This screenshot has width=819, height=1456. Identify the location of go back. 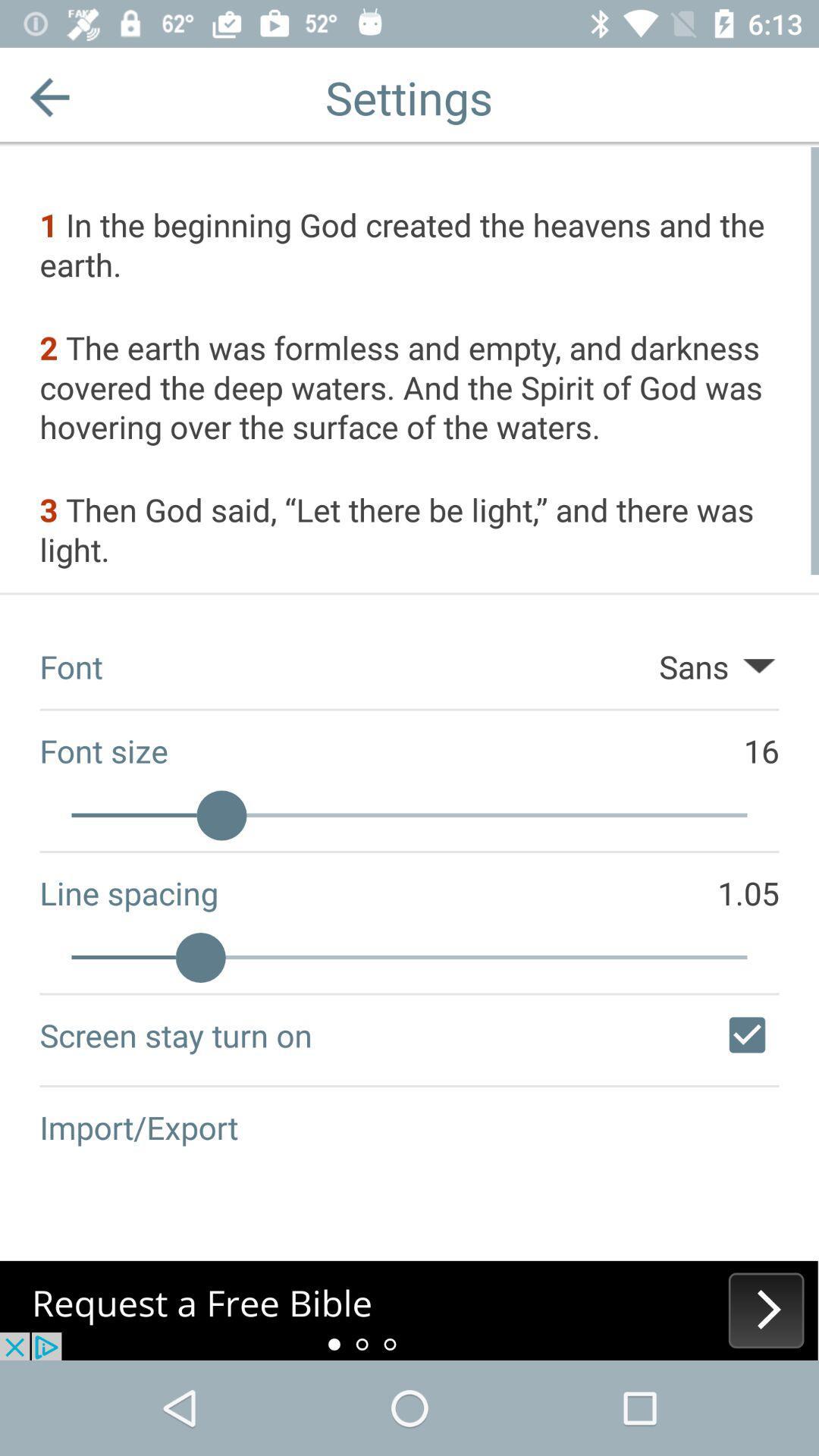
(49, 96).